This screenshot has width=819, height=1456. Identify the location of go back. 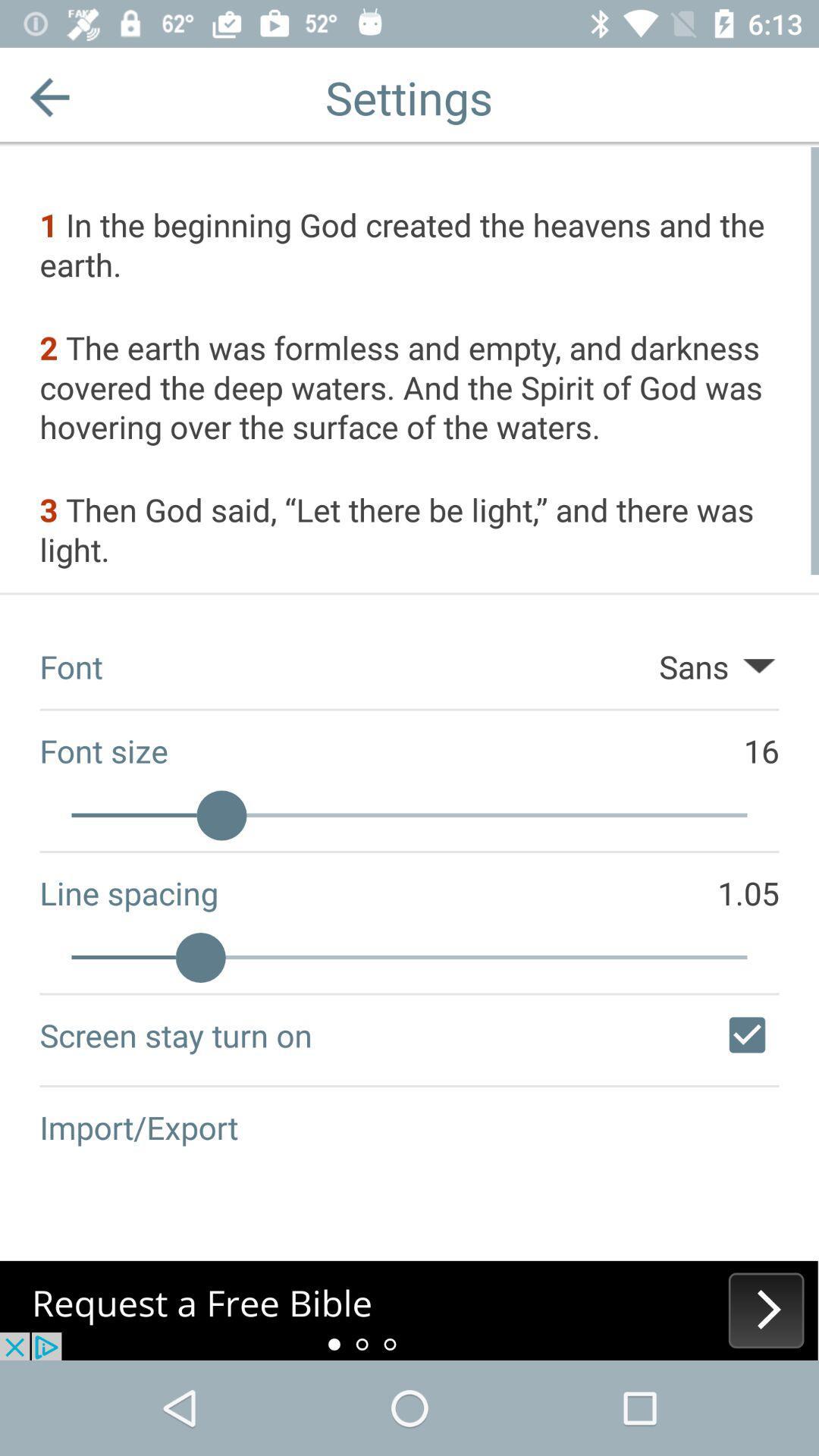
(49, 96).